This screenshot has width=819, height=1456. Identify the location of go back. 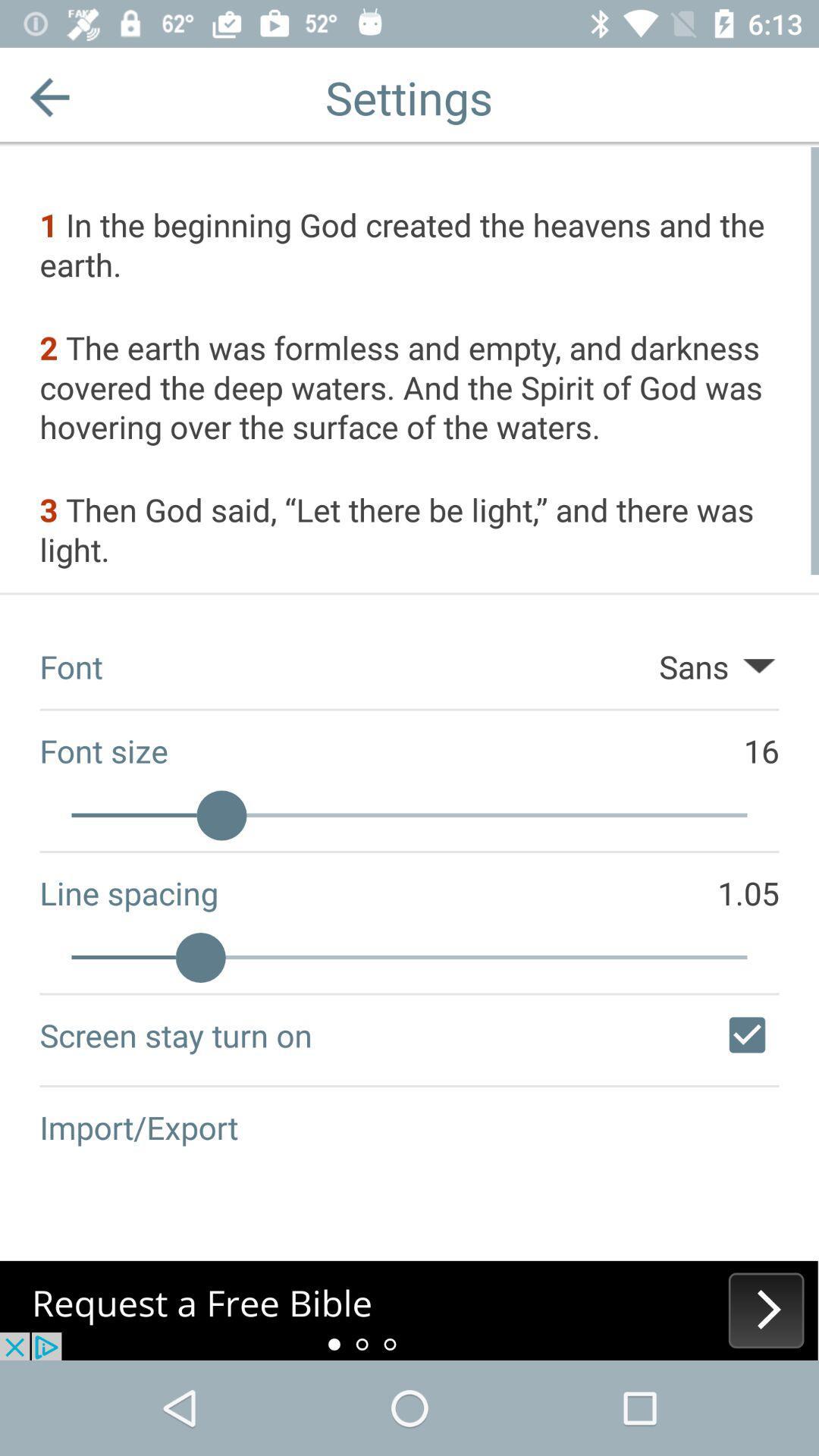
(49, 96).